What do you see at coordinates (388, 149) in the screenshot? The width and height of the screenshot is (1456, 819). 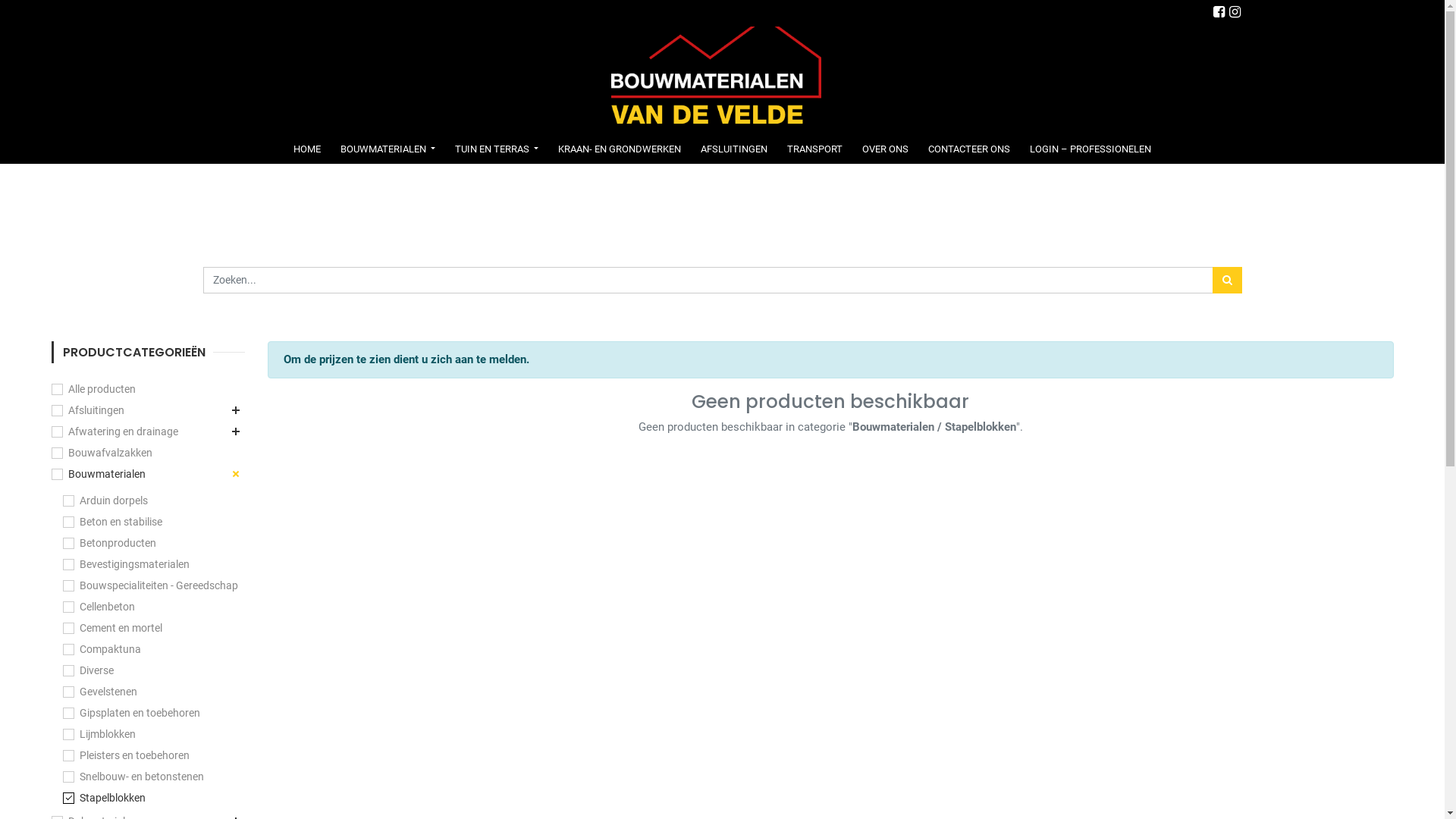 I see `'BOUWMATERIALEN'` at bounding box center [388, 149].